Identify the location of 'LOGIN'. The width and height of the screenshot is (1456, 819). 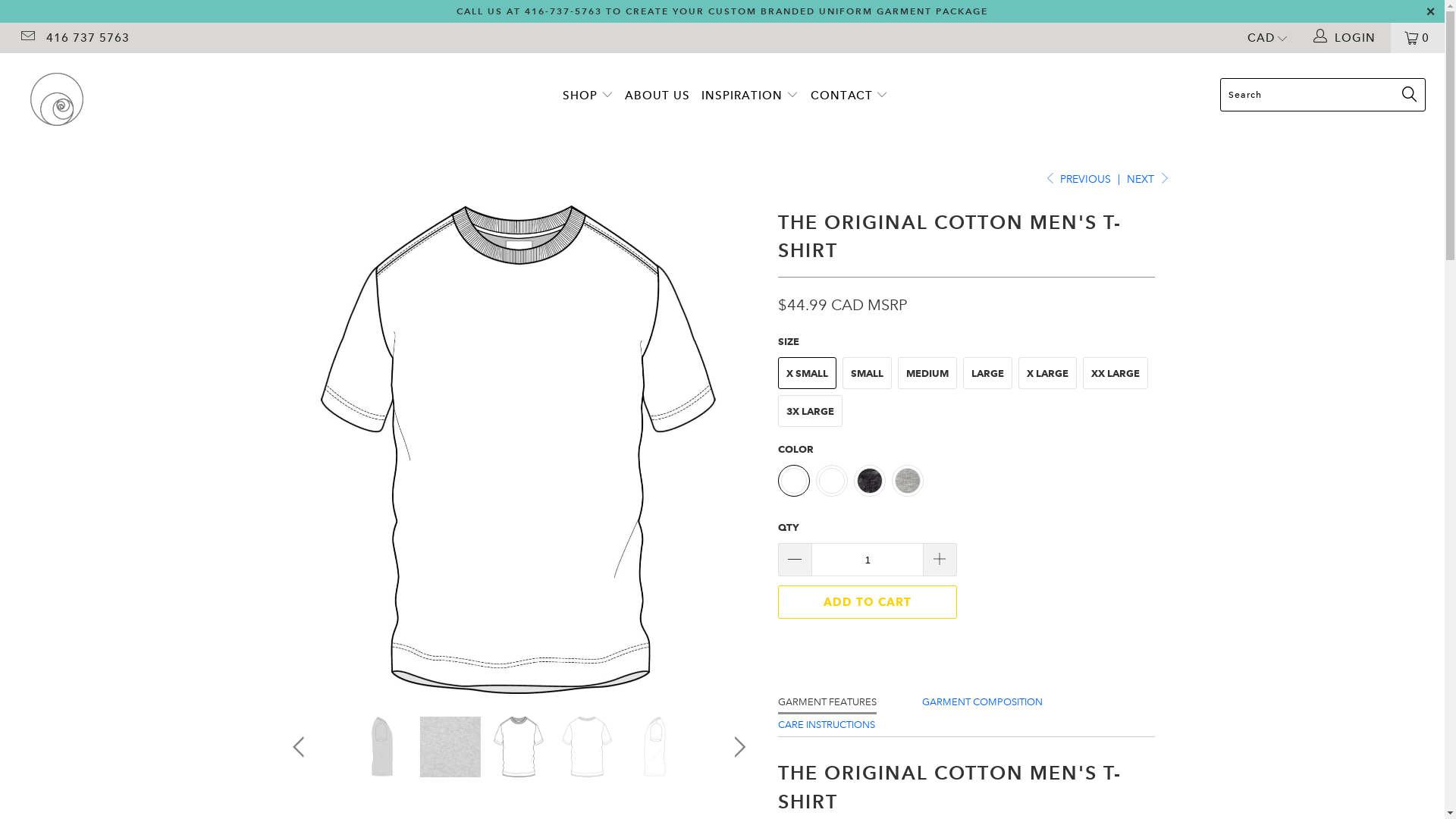
(1346, 37).